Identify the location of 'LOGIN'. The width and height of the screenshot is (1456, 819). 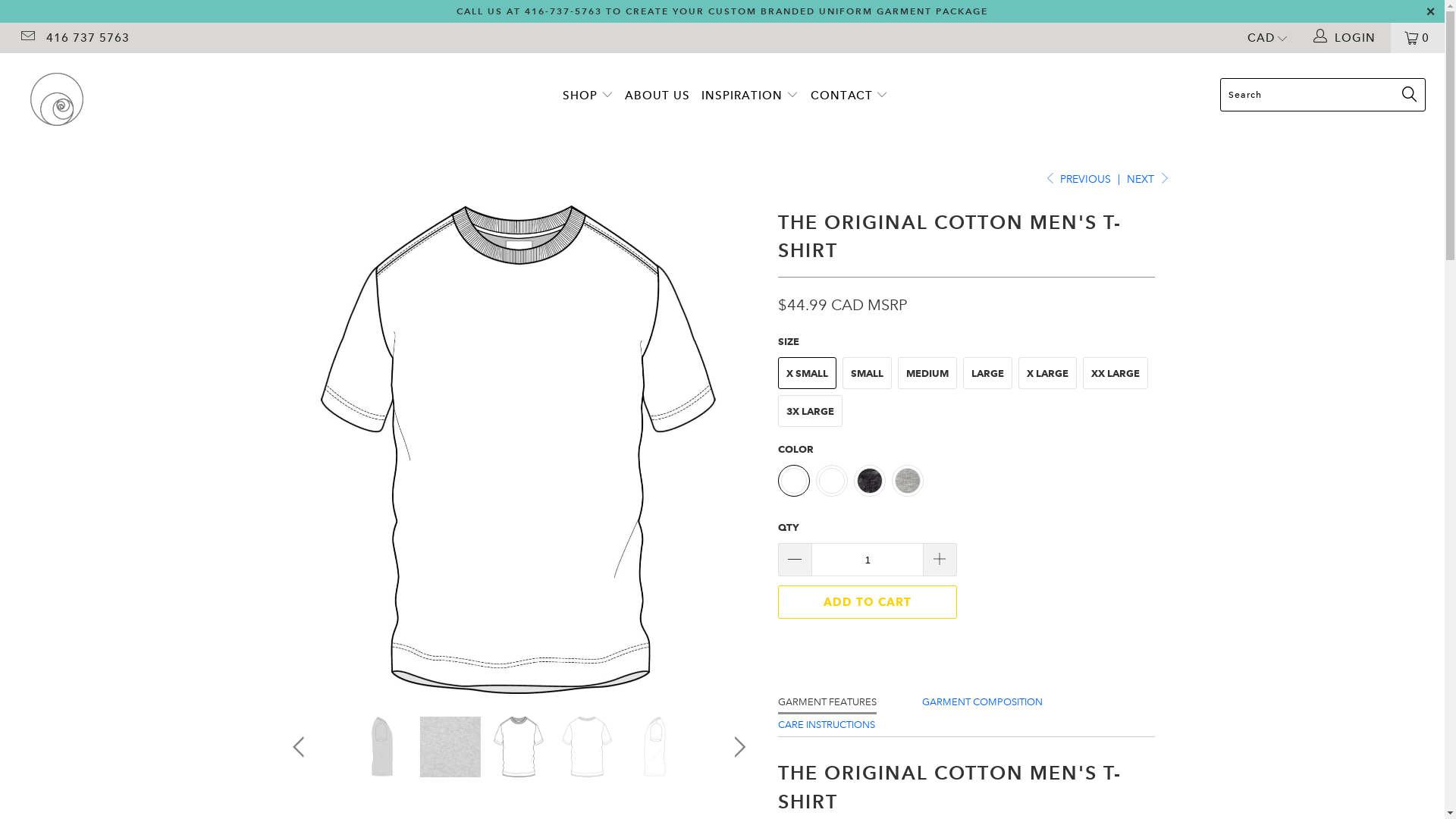
(1346, 37).